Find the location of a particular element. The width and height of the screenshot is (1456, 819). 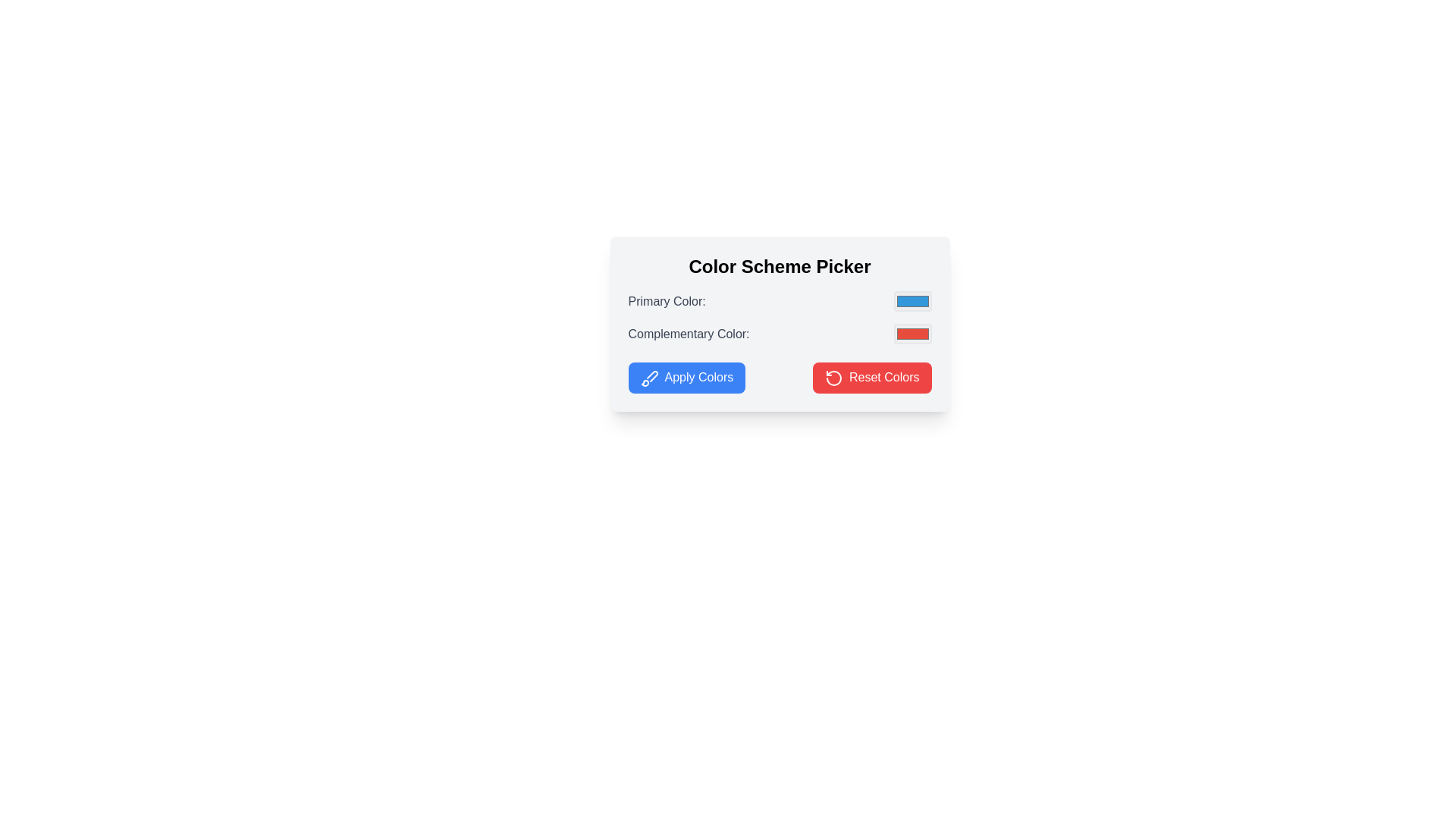

the label that describes the color picker component, which is positioned to the left of the color picker interface is located at coordinates (667, 301).